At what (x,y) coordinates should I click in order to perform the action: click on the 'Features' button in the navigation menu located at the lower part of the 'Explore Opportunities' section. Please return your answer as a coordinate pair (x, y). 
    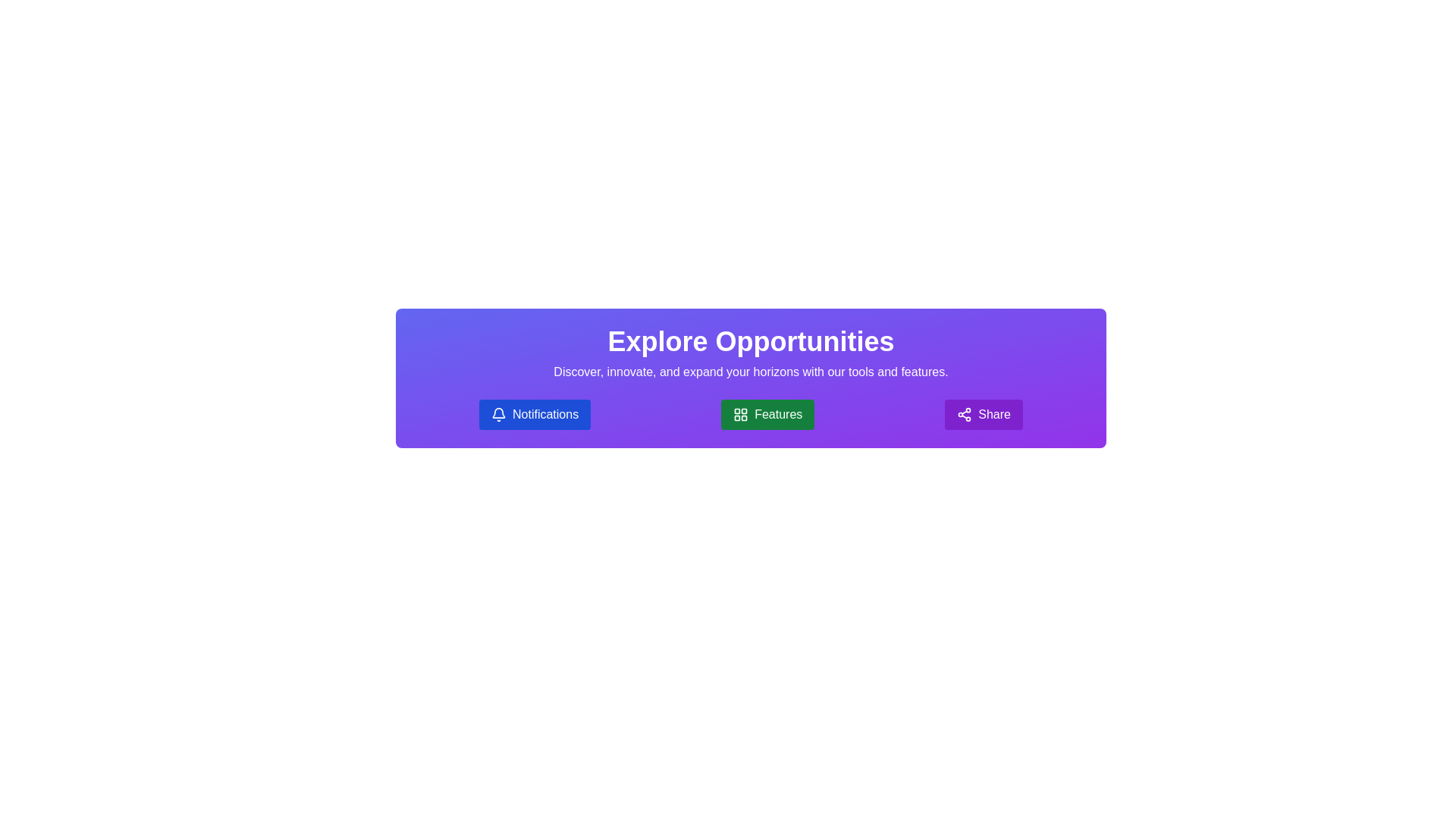
    Looking at the image, I should click on (751, 415).